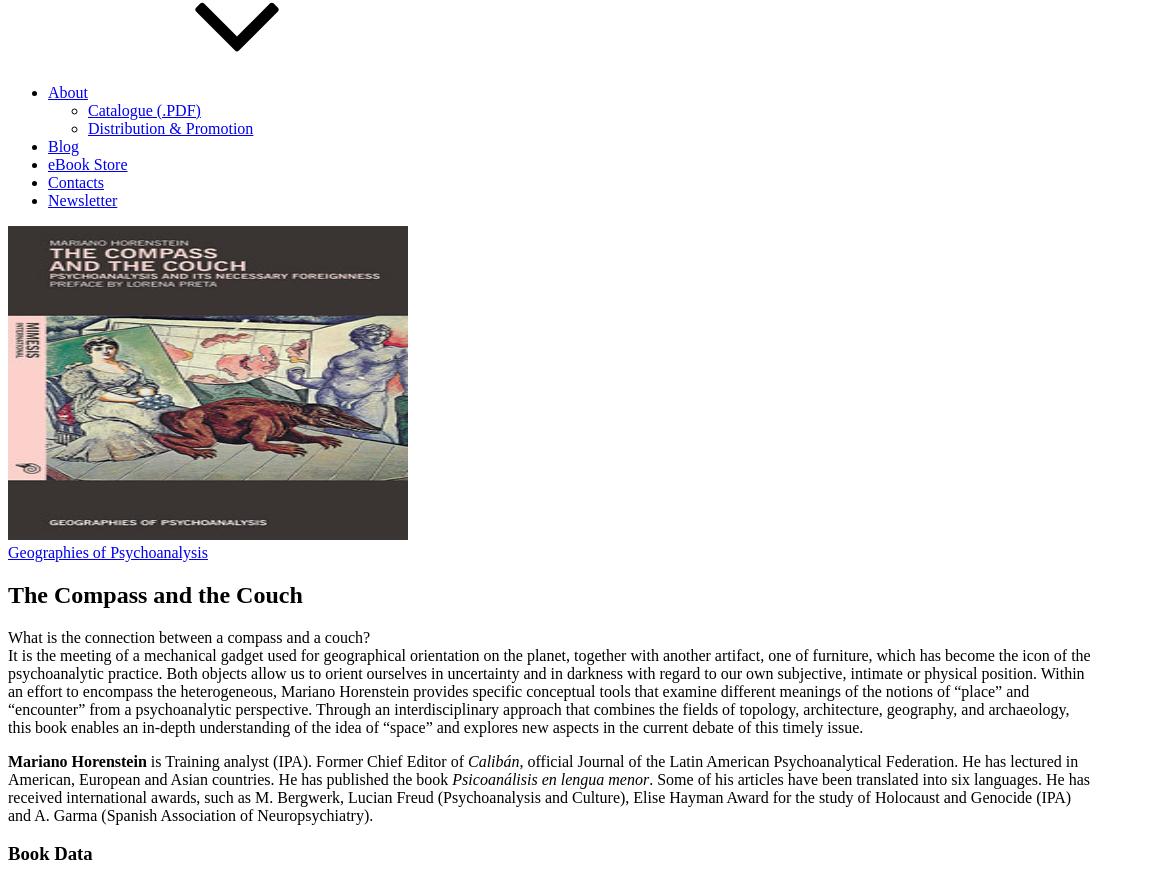 The width and height of the screenshot is (1173, 874). I want to click on 'Calibán', so click(493, 759).